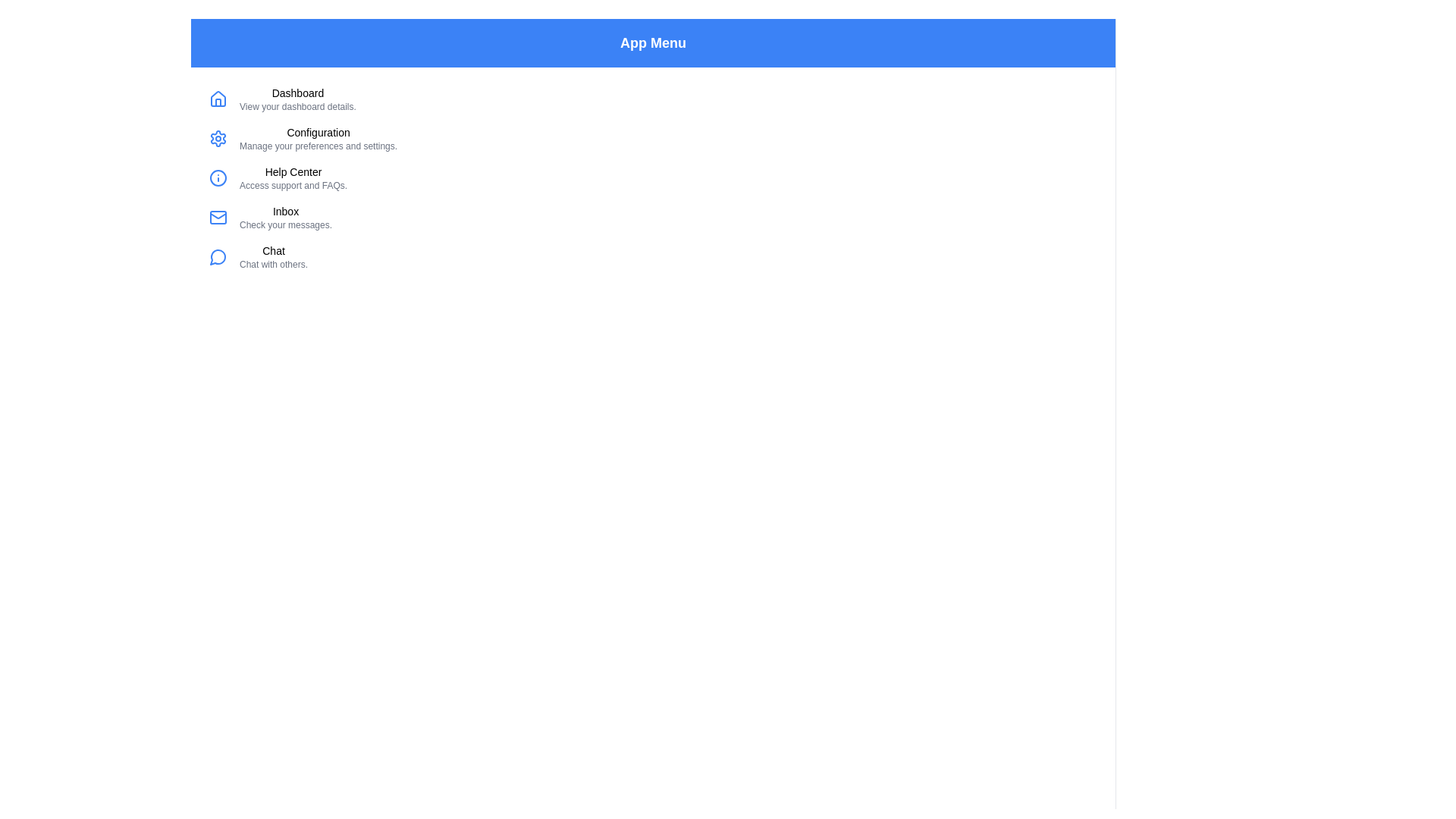  I want to click on the small light gray text element located directly beneath the 'Help Center' heading in the vertical navigation menu, so click(293, 185).